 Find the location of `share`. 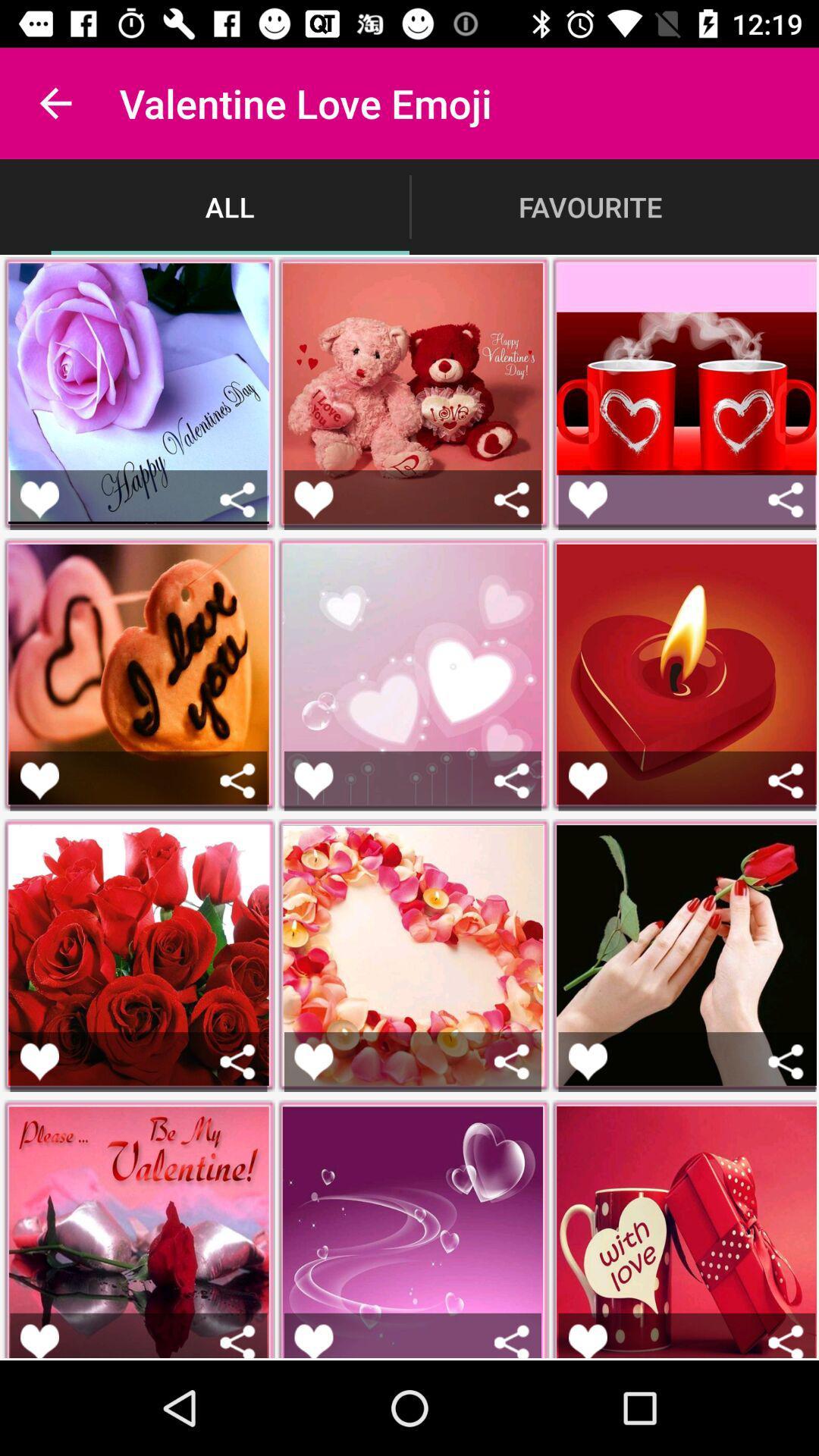

share is located at coordinates (237, 780).